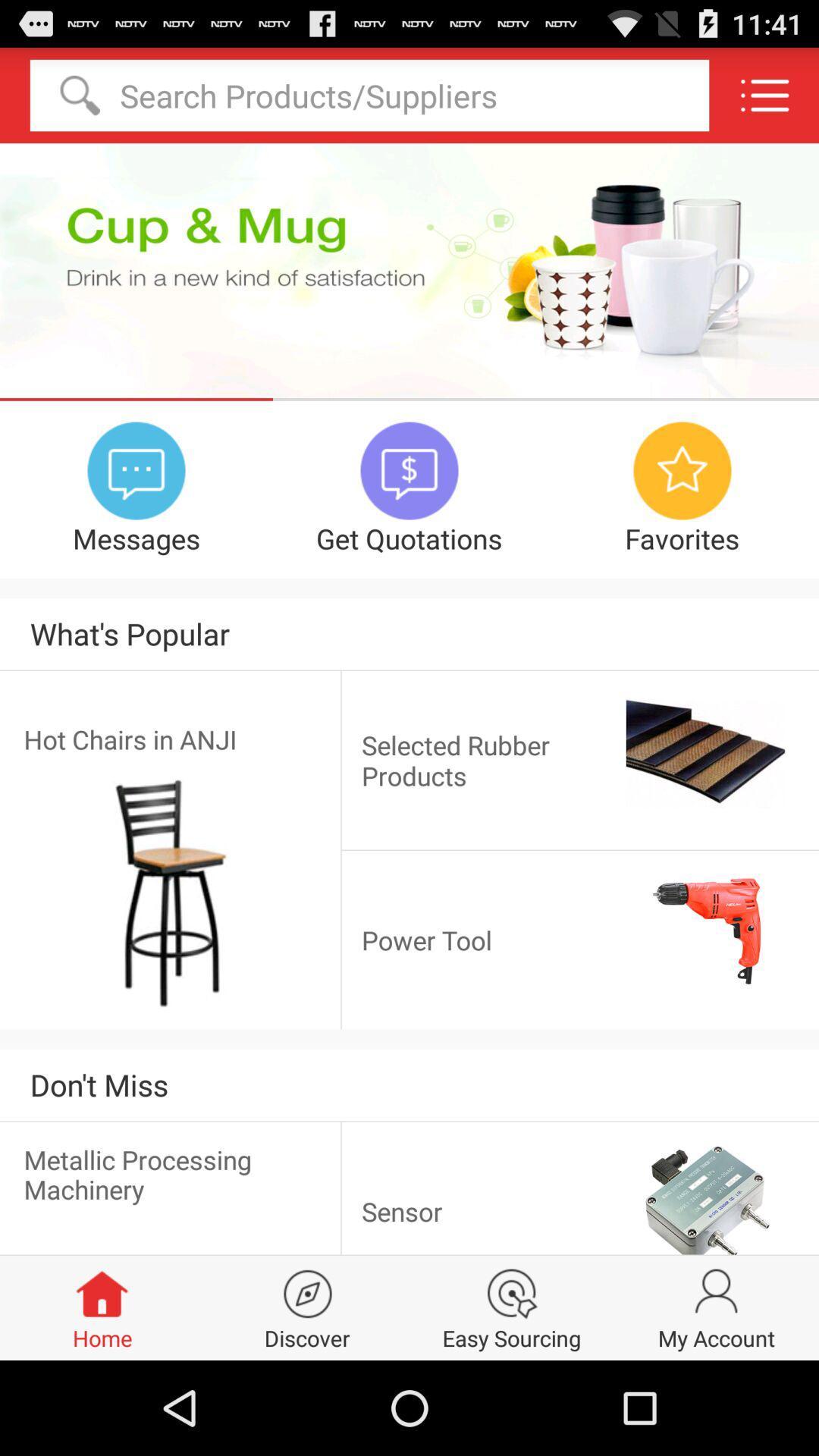 The image size is (819, 1456). I want to click on the list icon, so click(764, 101).